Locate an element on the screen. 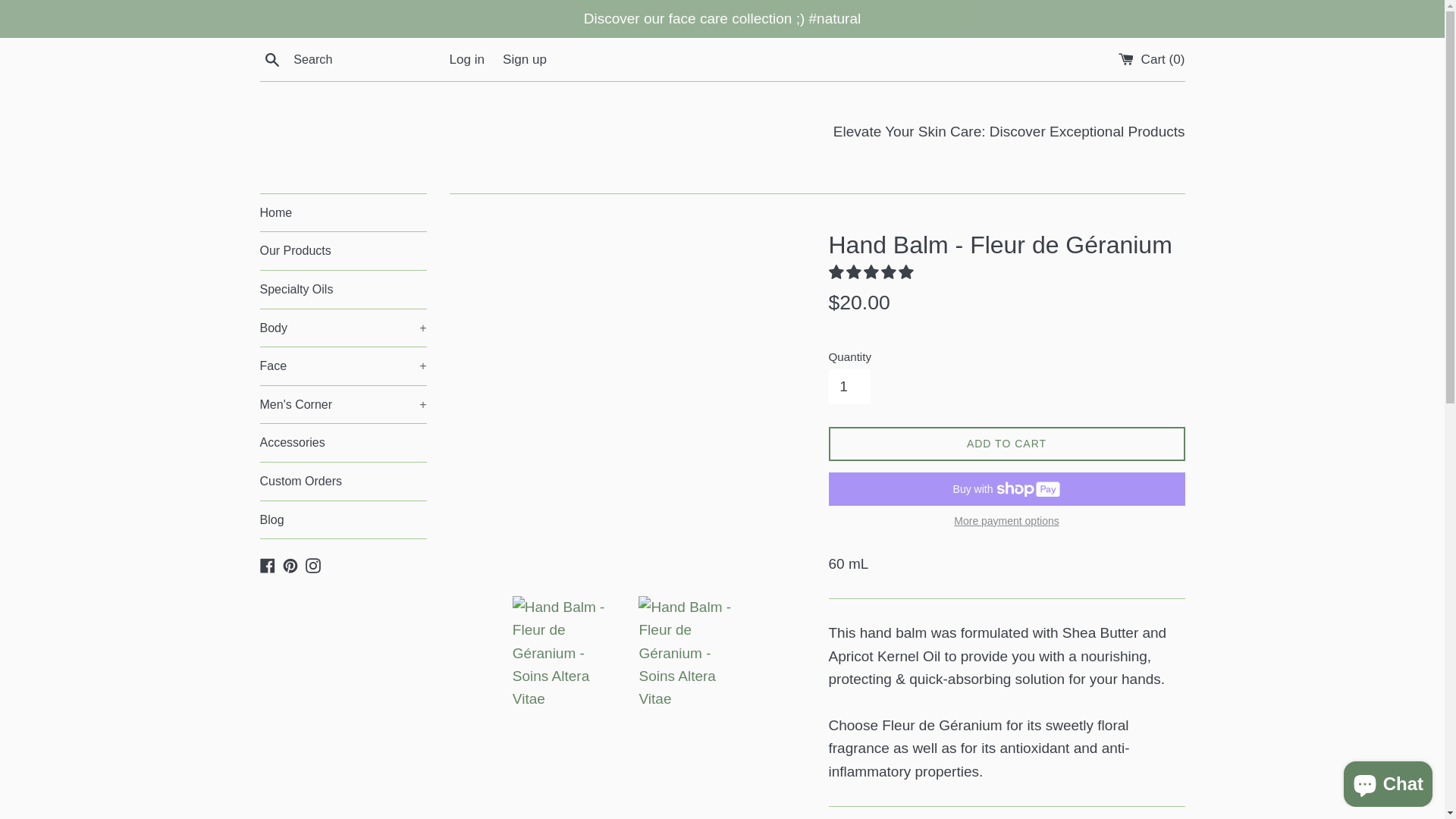 This screenshot has width=1456, height=819. 'Face is located at coordinates (341, 366).